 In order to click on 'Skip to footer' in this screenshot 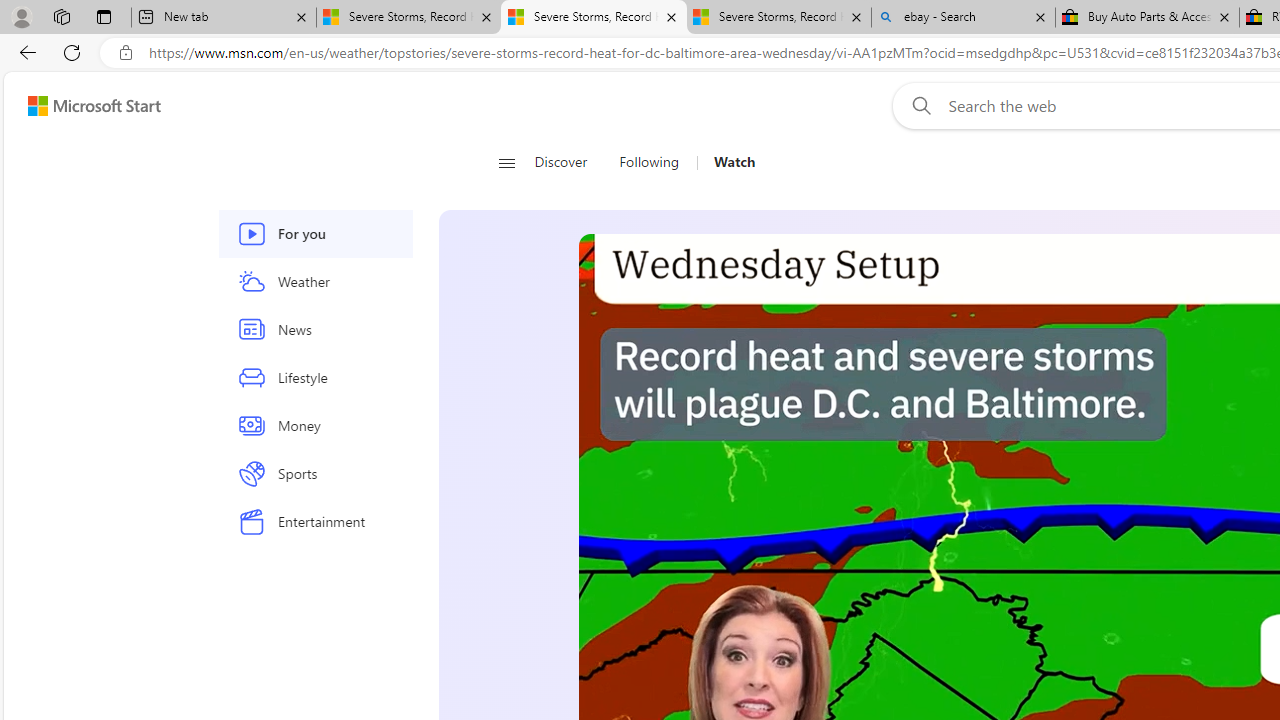, I will do `click(81, 105)`.